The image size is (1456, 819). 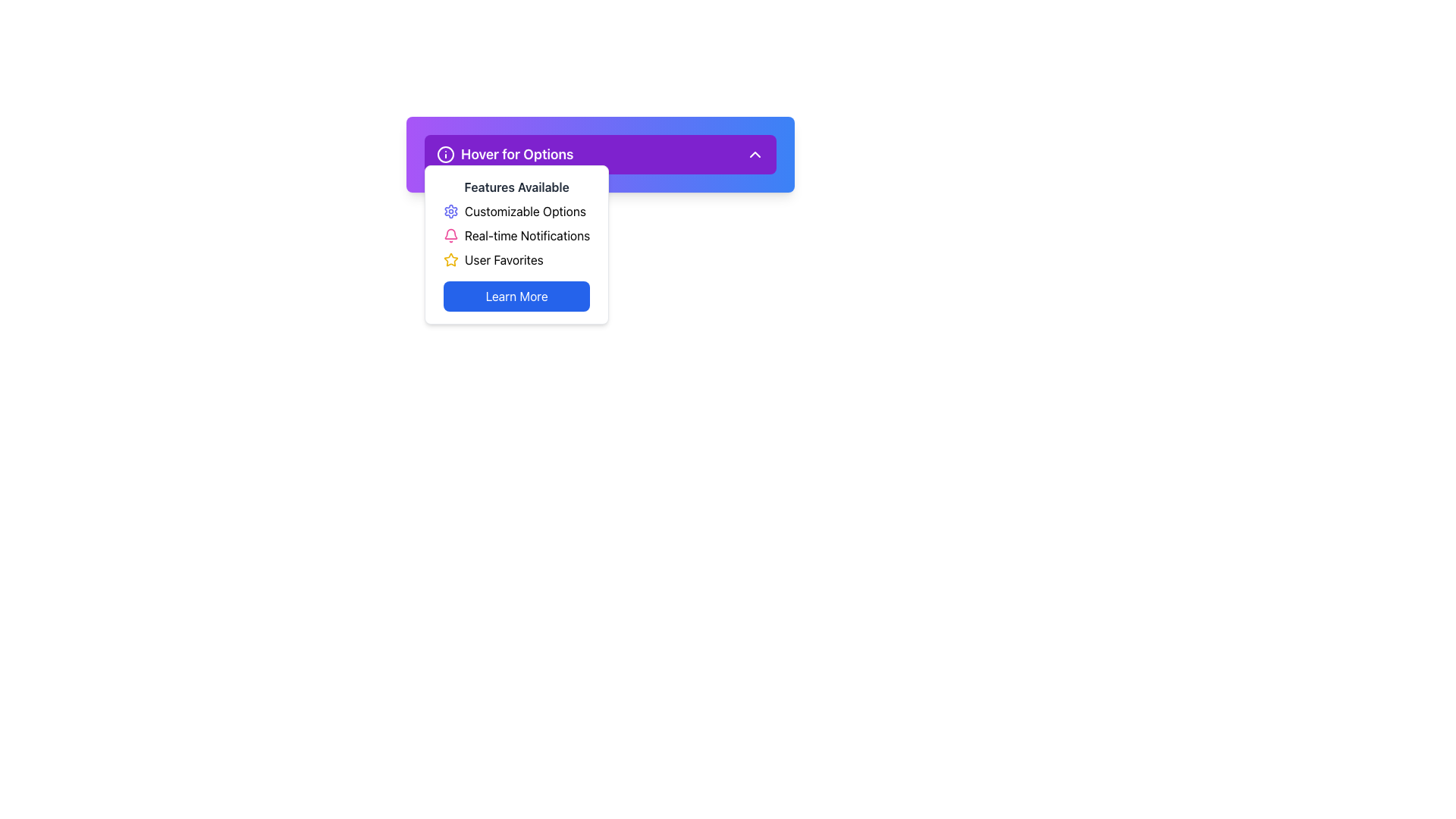 I want to click on the text label 'Customizable Options' in the dropdown menu, so click(x=525, y=211).